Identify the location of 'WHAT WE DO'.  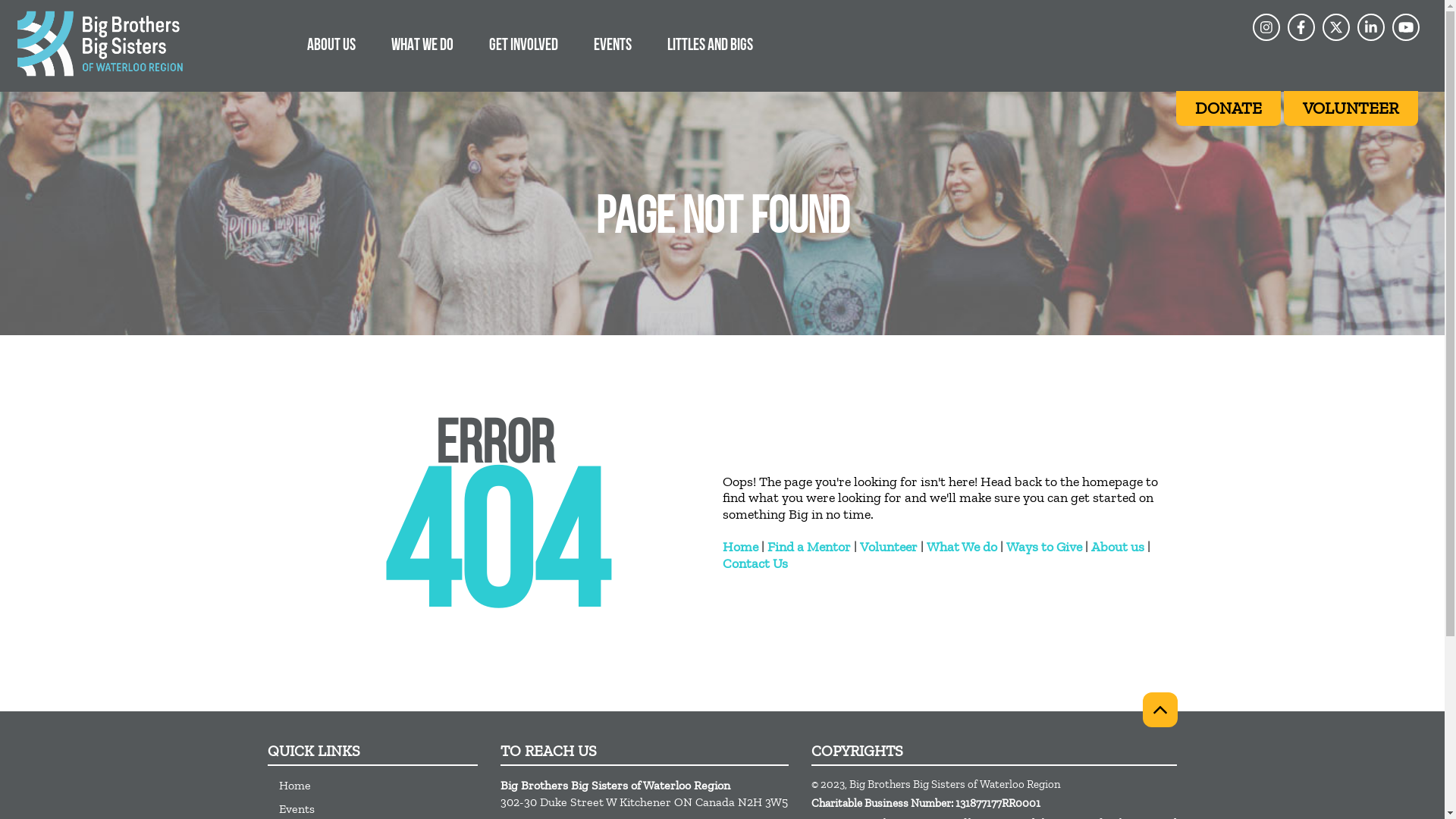
(422, 43).